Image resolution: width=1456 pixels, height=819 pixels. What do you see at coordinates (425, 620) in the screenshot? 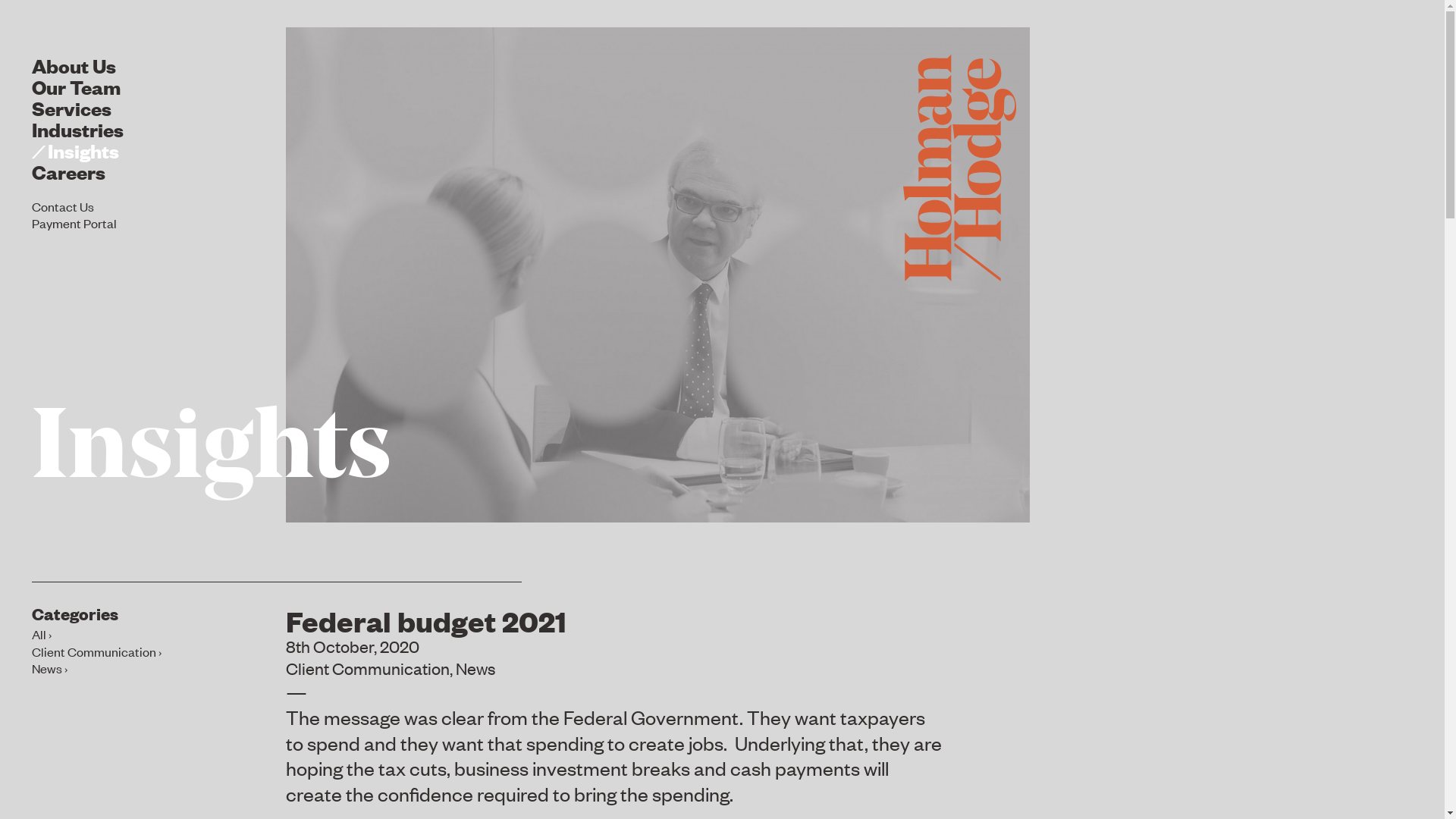
I see `'Federal budget 2021'` at bounding box center [425, 620].